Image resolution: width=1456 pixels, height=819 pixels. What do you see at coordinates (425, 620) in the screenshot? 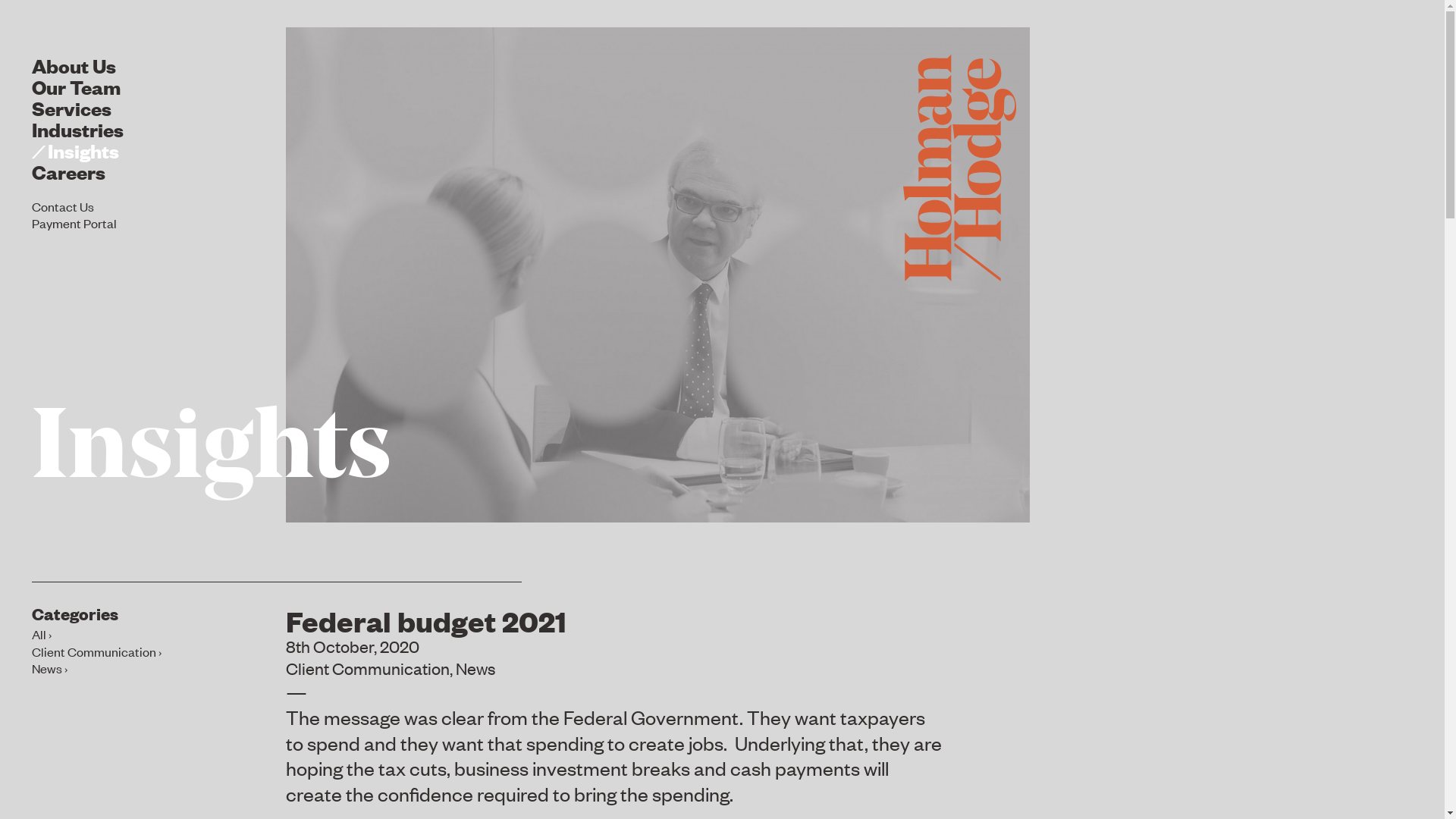
I see `'Federal budget 2021'` at bounding box center [425, 620].